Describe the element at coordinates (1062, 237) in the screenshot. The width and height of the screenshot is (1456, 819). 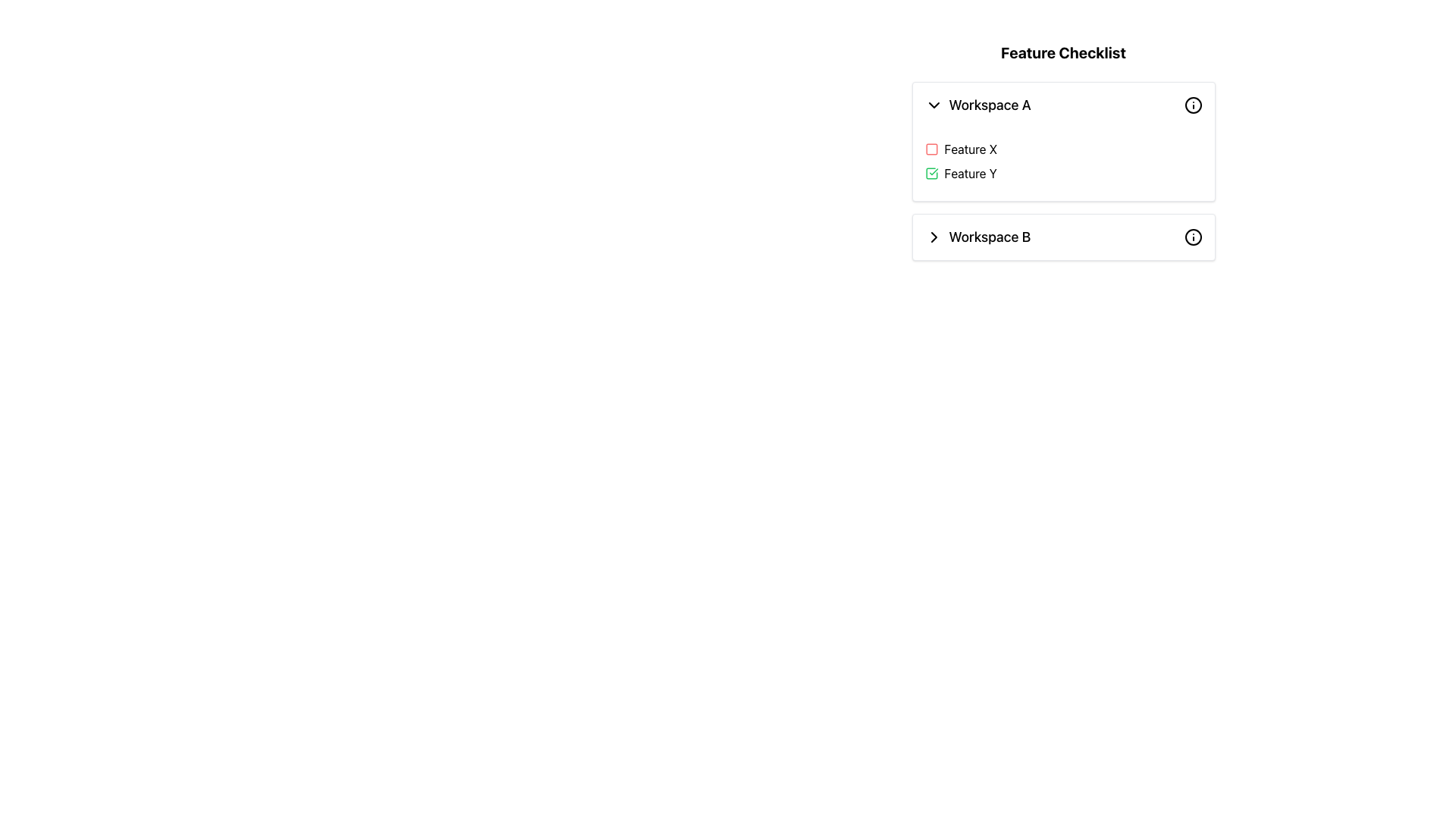
I see `the second item in the list, located directly below 'Workspace A'` at that location.